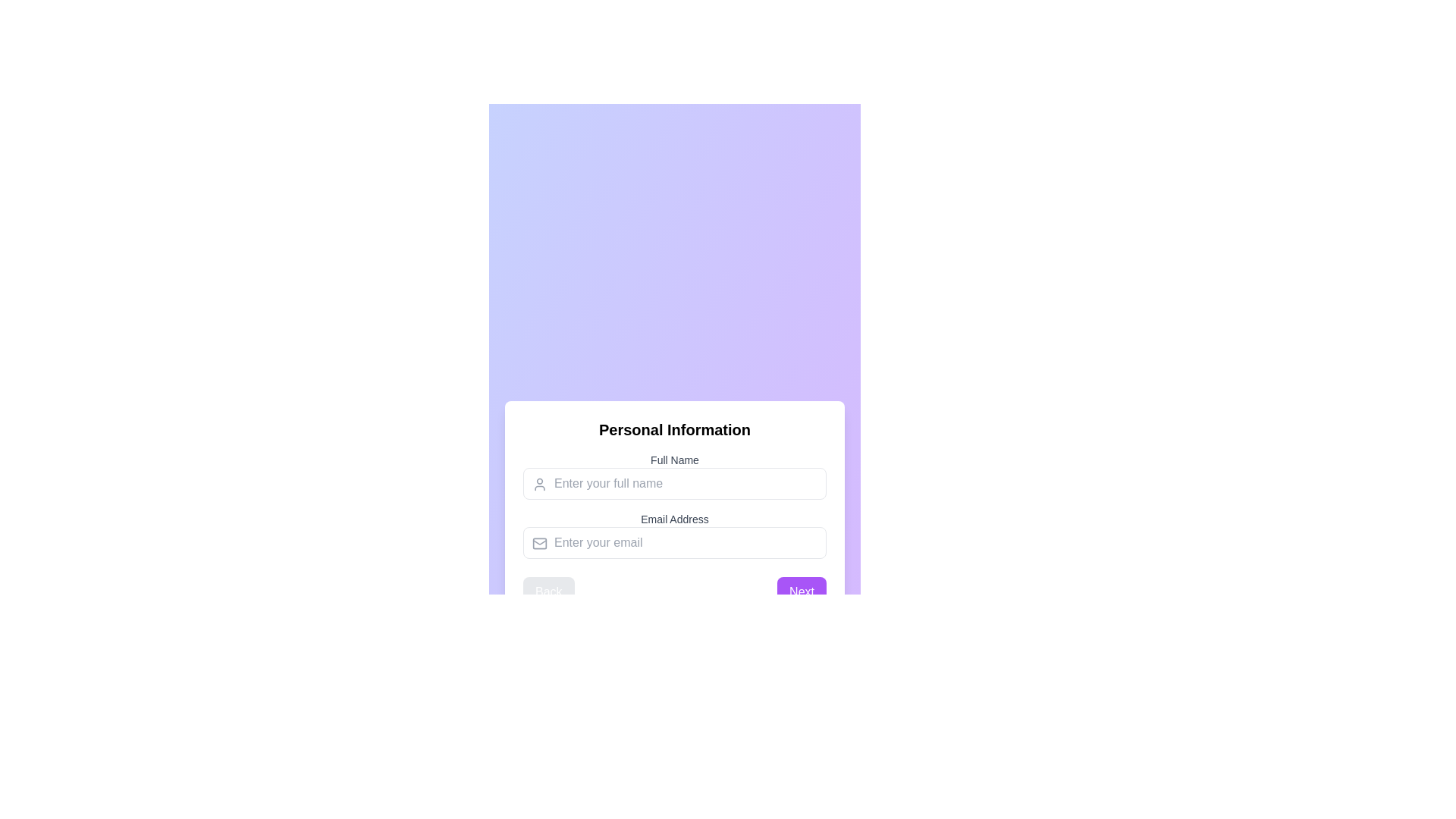 Image resolution: width=1456 pixels, height=819 pixels. What do you see at coordinates (673, 488) in the screenshot?
I see `keyboard navigation` at bounding box center [673, 488].